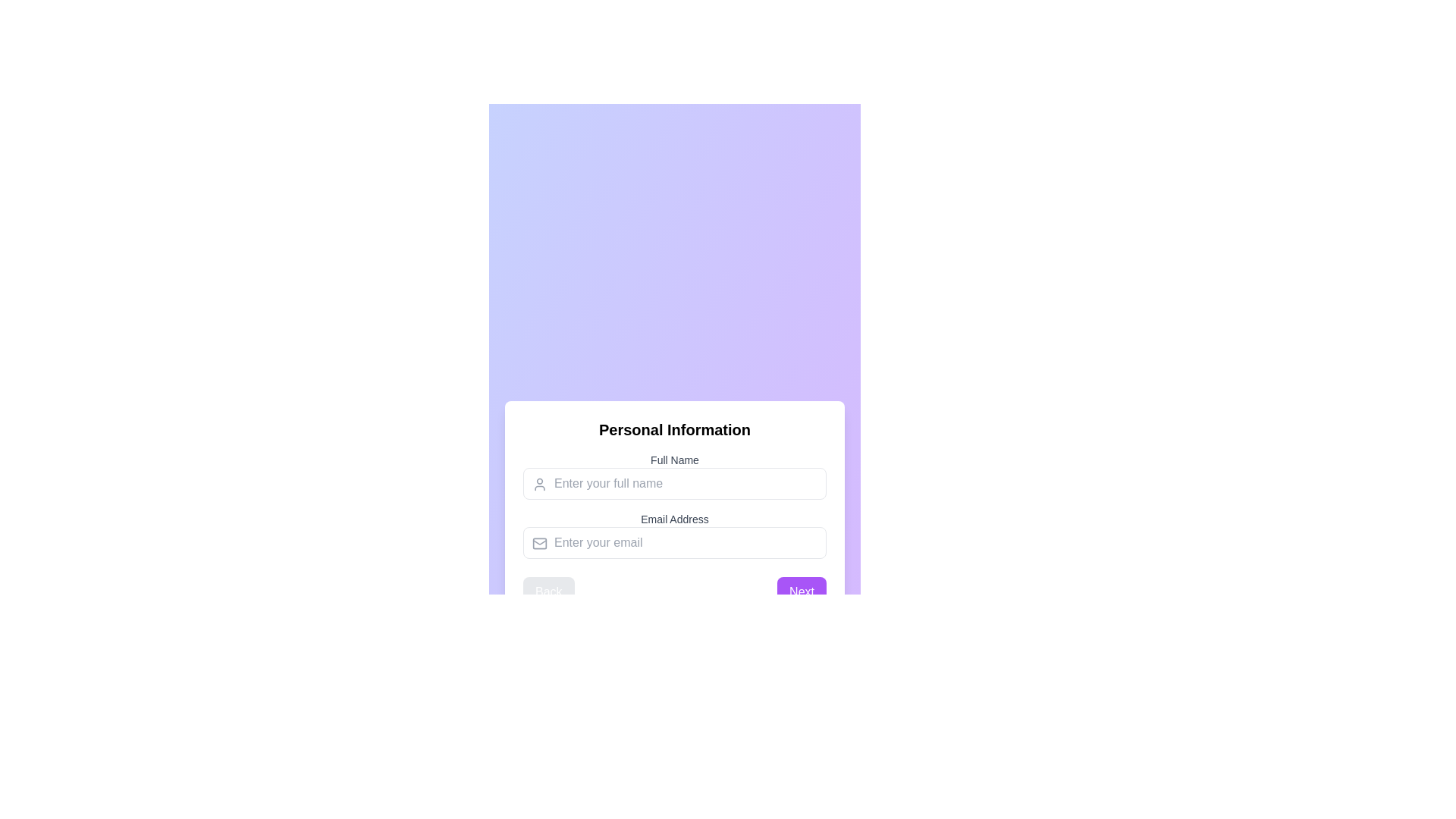 Image resolution: width=1456 pixels, height=819 pixels. What do you see at coordinates (673, 488) in the screenshot?
I see `keyboard navigation` at bounding box center [673, 488].